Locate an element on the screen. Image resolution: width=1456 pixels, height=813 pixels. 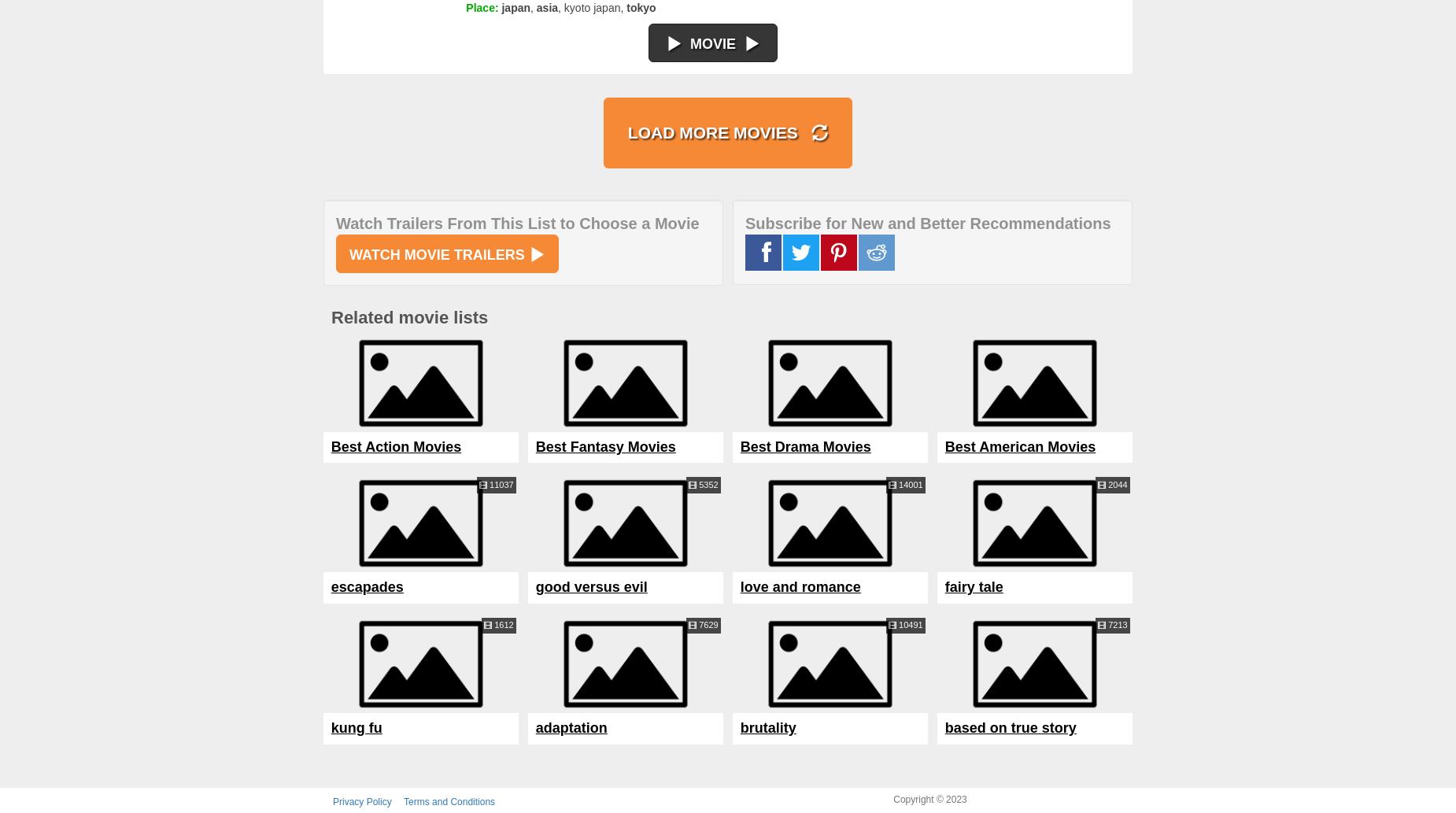
'Best American Movies' is located at coordinates (1018, 445).